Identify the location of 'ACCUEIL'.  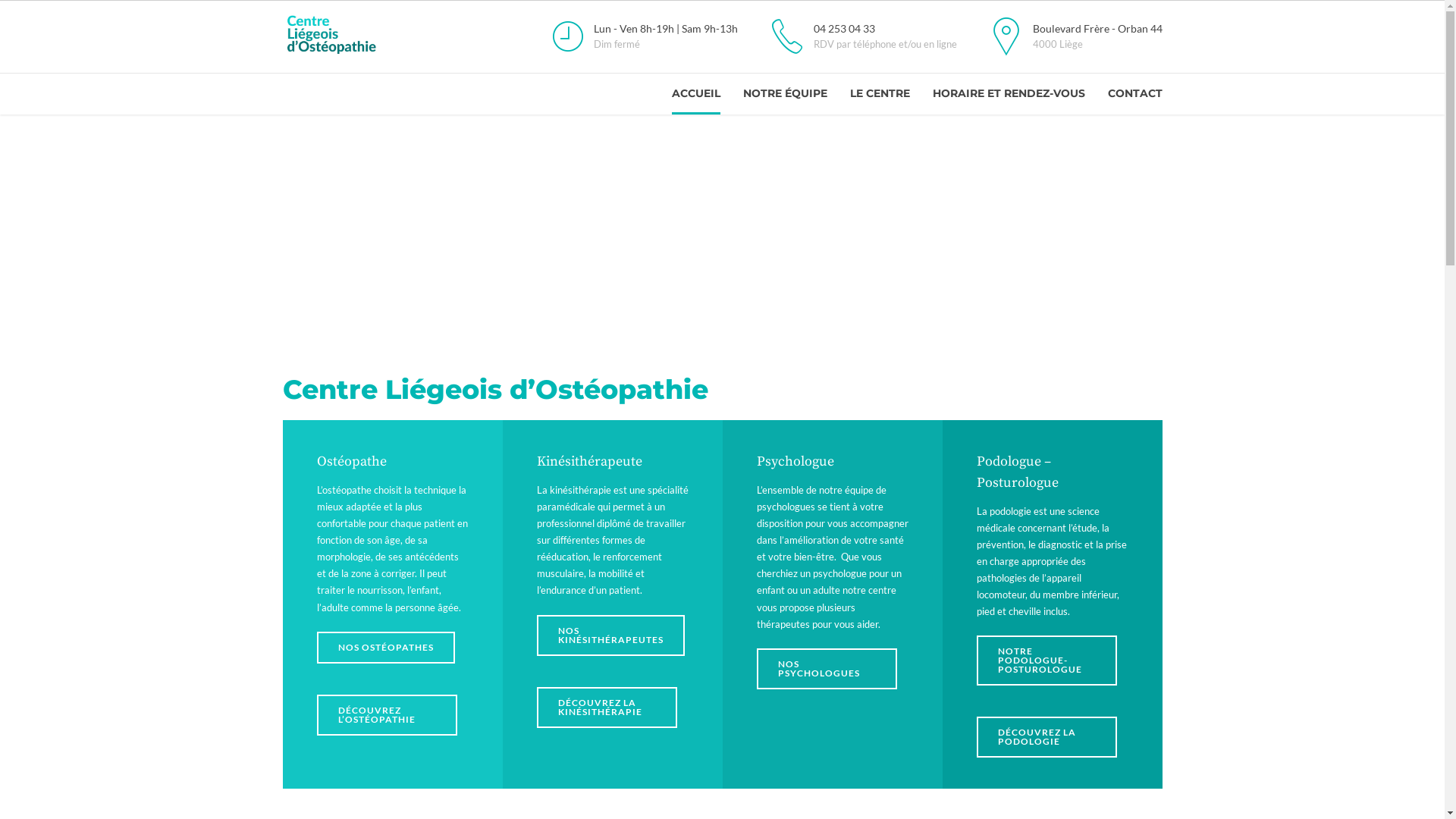
(695, 93).